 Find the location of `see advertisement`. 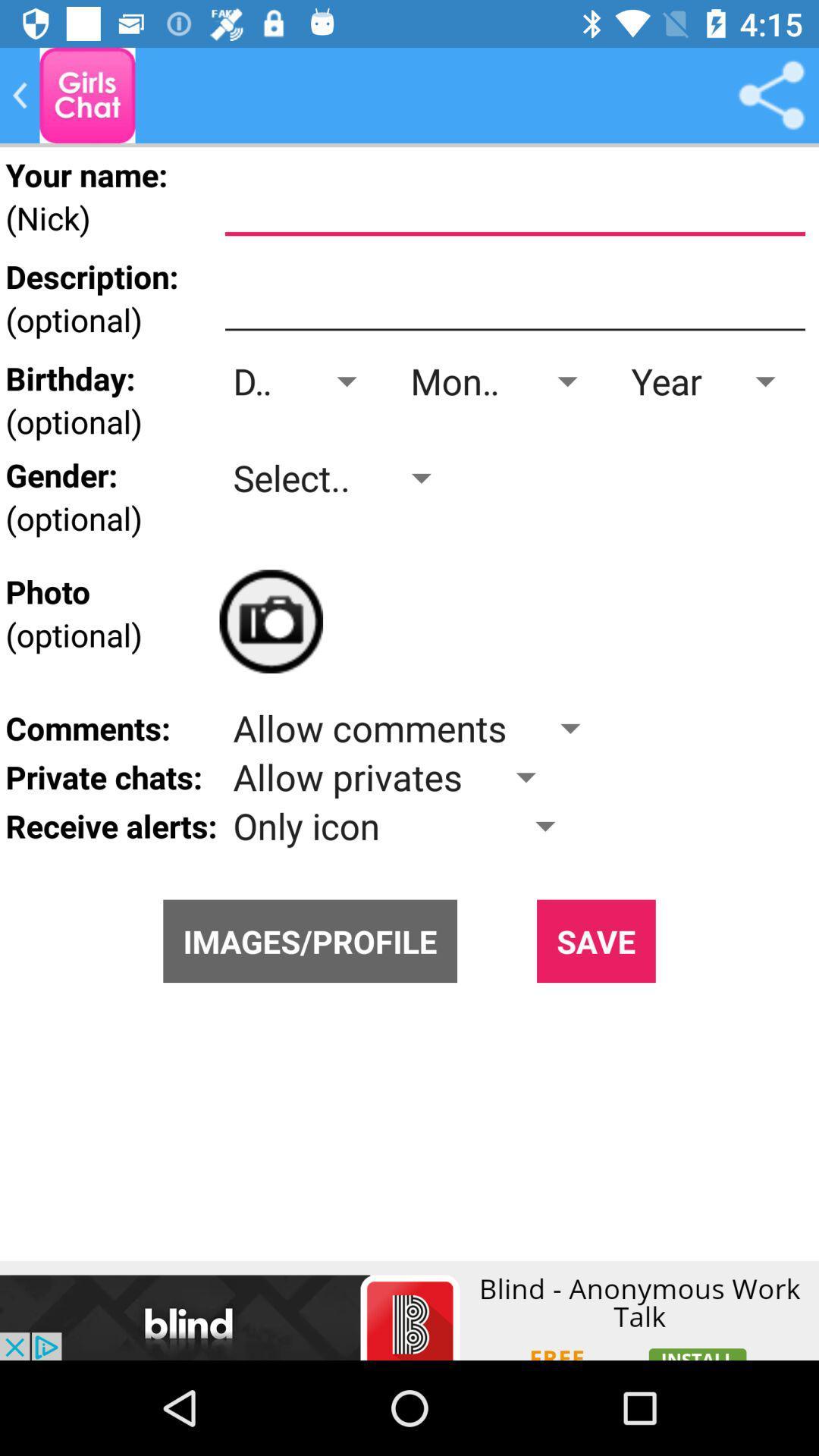

see advertisement is located at coordinates (409, 1310).